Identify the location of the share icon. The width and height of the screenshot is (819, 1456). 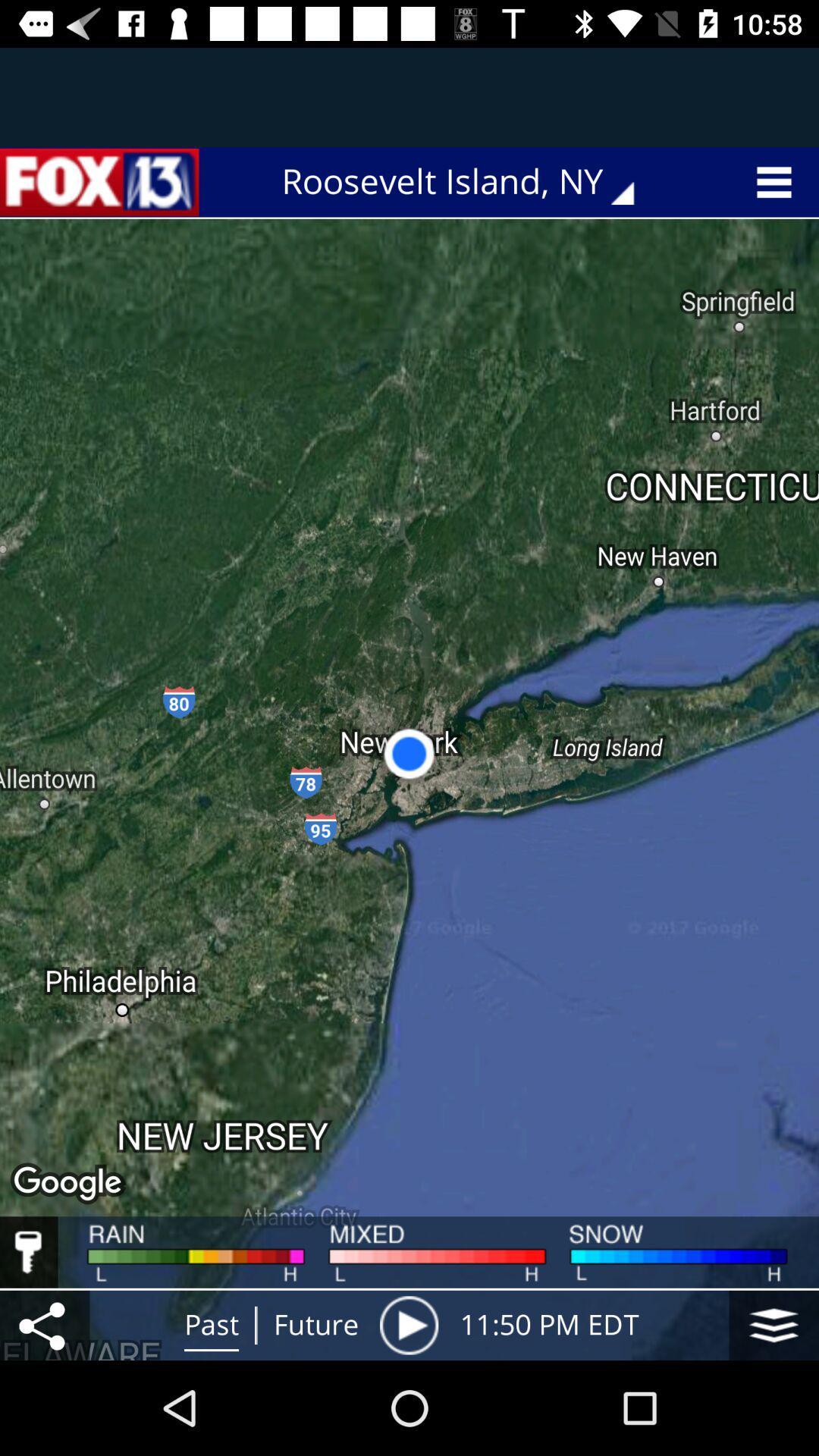
(44, 1324).